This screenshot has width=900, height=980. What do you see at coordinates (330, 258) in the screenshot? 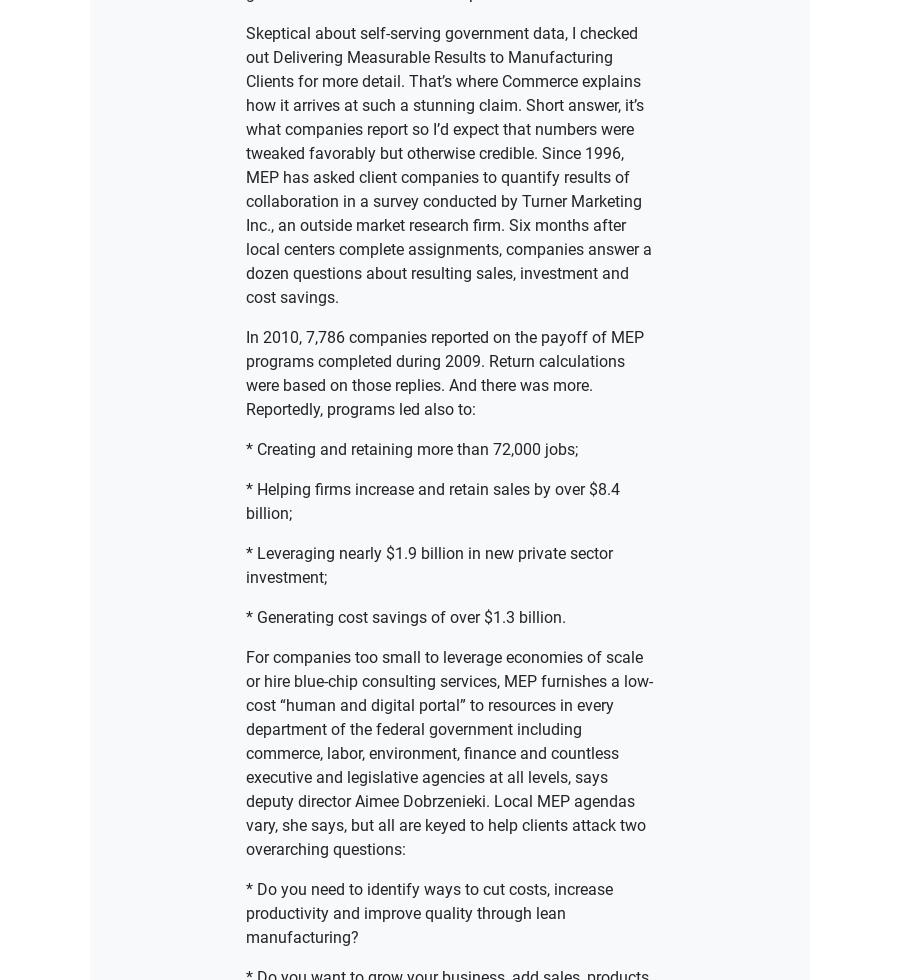
I see `'© 2022'` at bounding box center [330, 258].